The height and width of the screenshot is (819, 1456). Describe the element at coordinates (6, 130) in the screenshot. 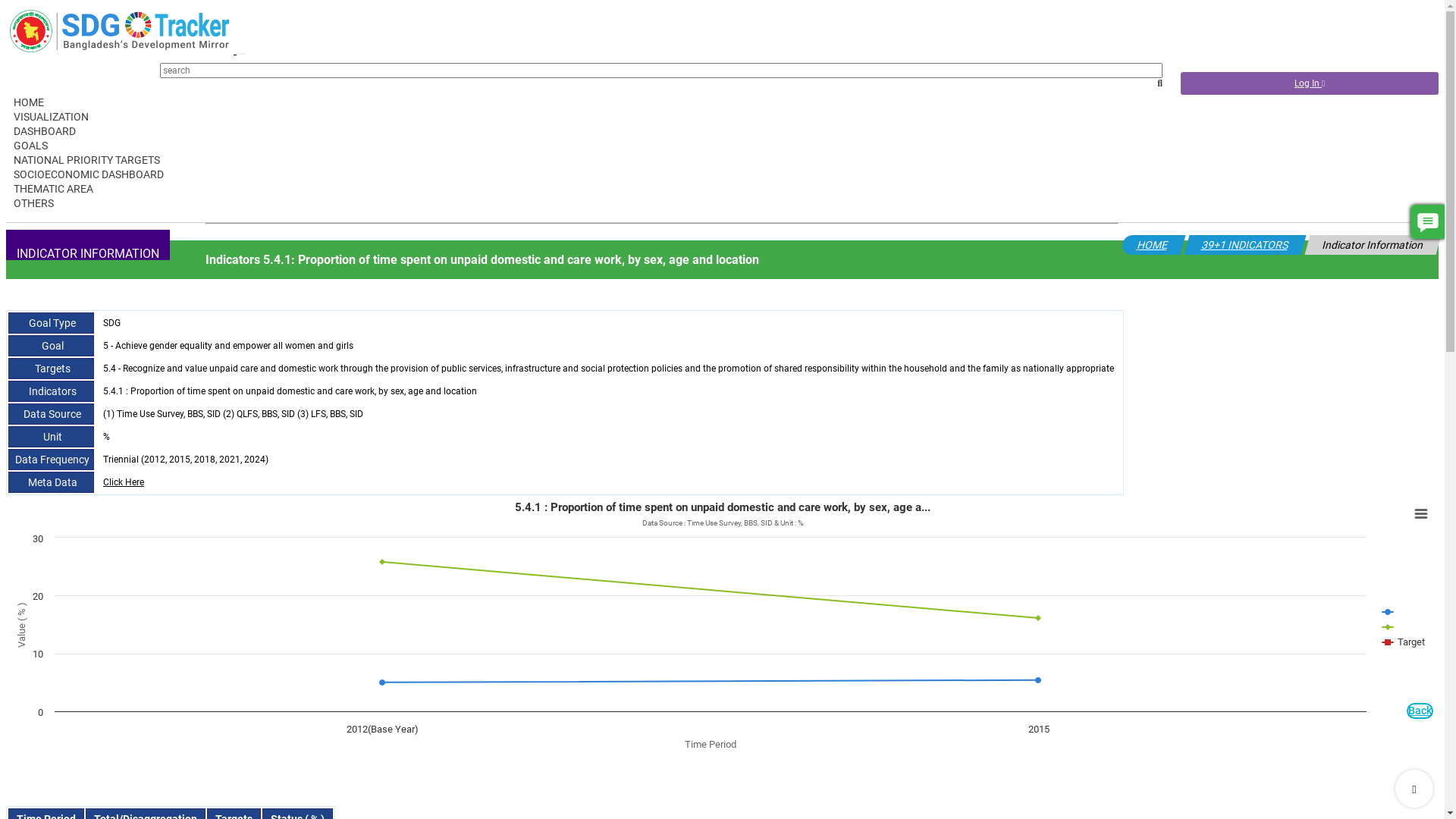

I see `'DASHBOARD'` at that location.